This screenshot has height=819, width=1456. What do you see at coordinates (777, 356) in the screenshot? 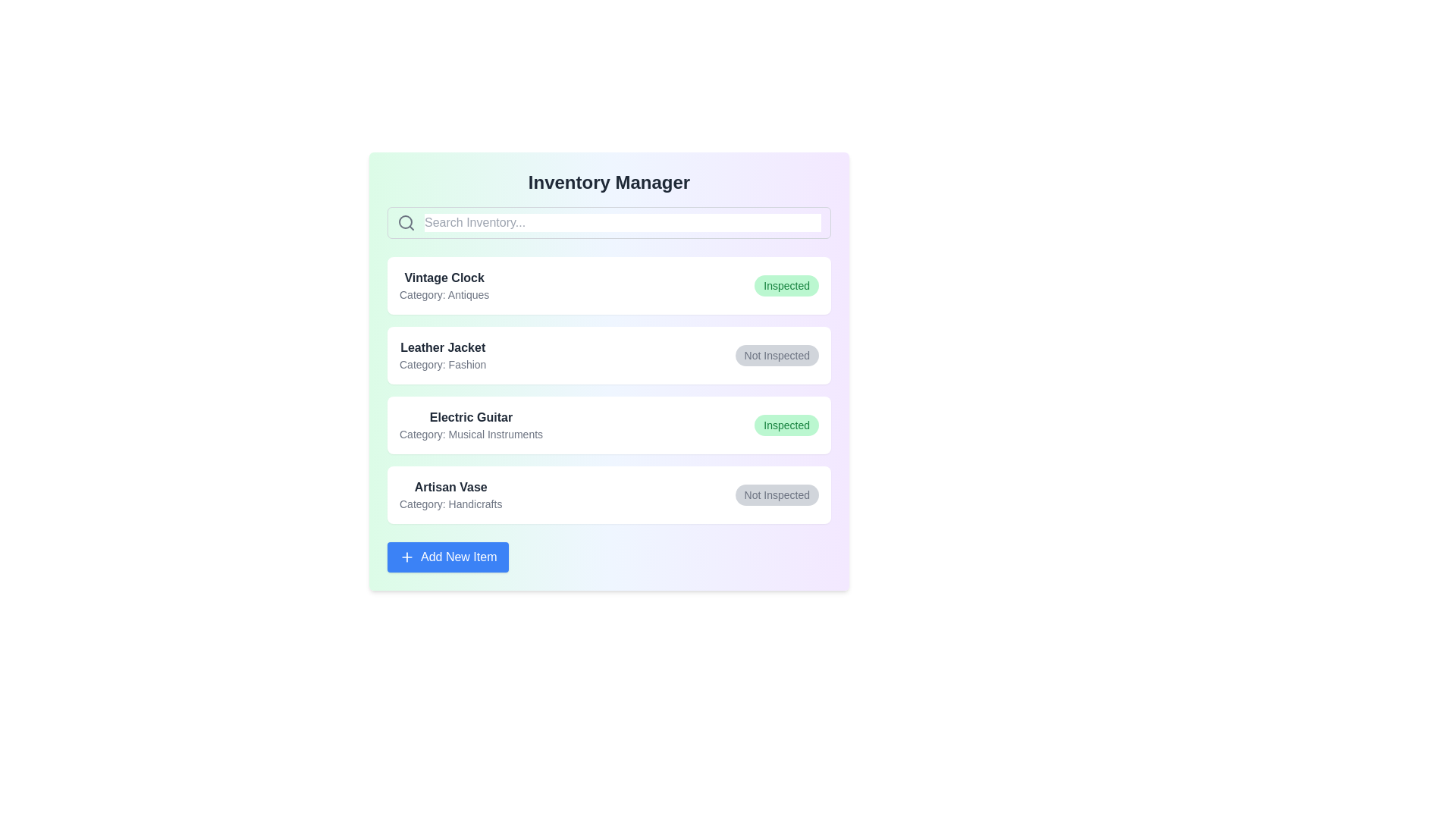
I see `the status button of the item labeled 'Leather Jacket'` at bounding box center [777, 356].